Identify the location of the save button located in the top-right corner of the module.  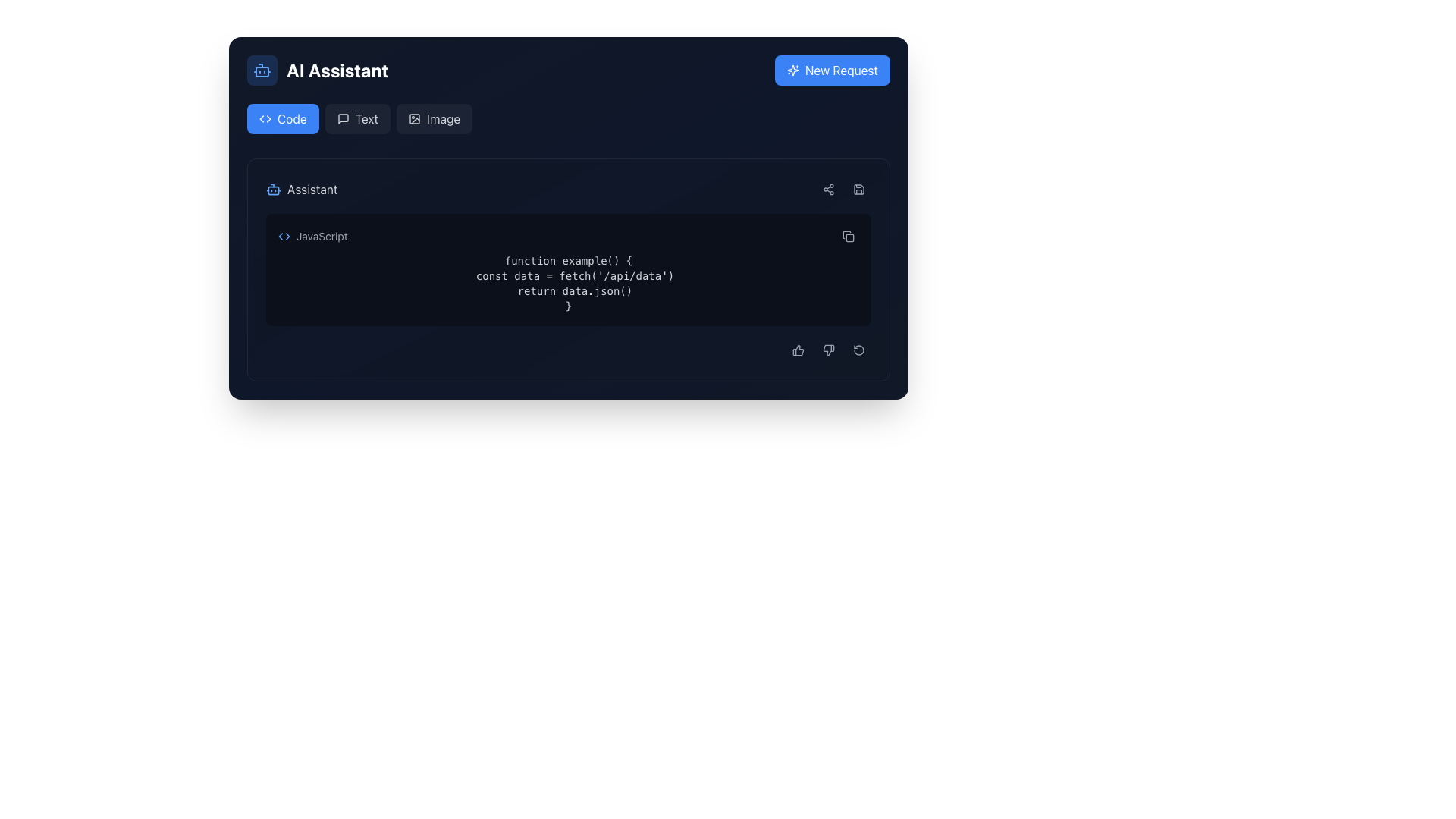
(858, 189).